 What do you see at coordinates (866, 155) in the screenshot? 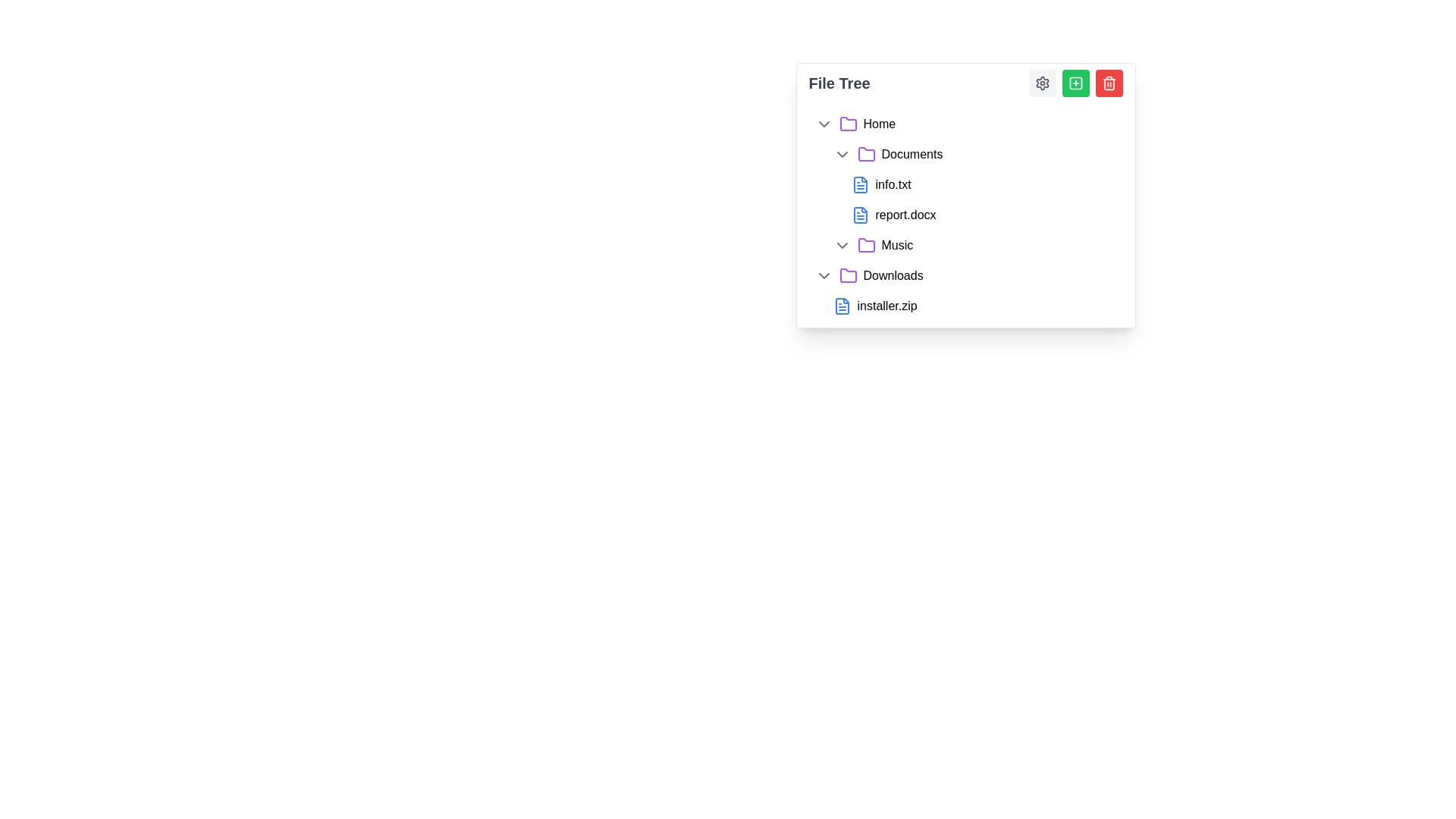
I see `the purple folder icon located to the left of the text 'Documents'` at bounding box center [866, 155].